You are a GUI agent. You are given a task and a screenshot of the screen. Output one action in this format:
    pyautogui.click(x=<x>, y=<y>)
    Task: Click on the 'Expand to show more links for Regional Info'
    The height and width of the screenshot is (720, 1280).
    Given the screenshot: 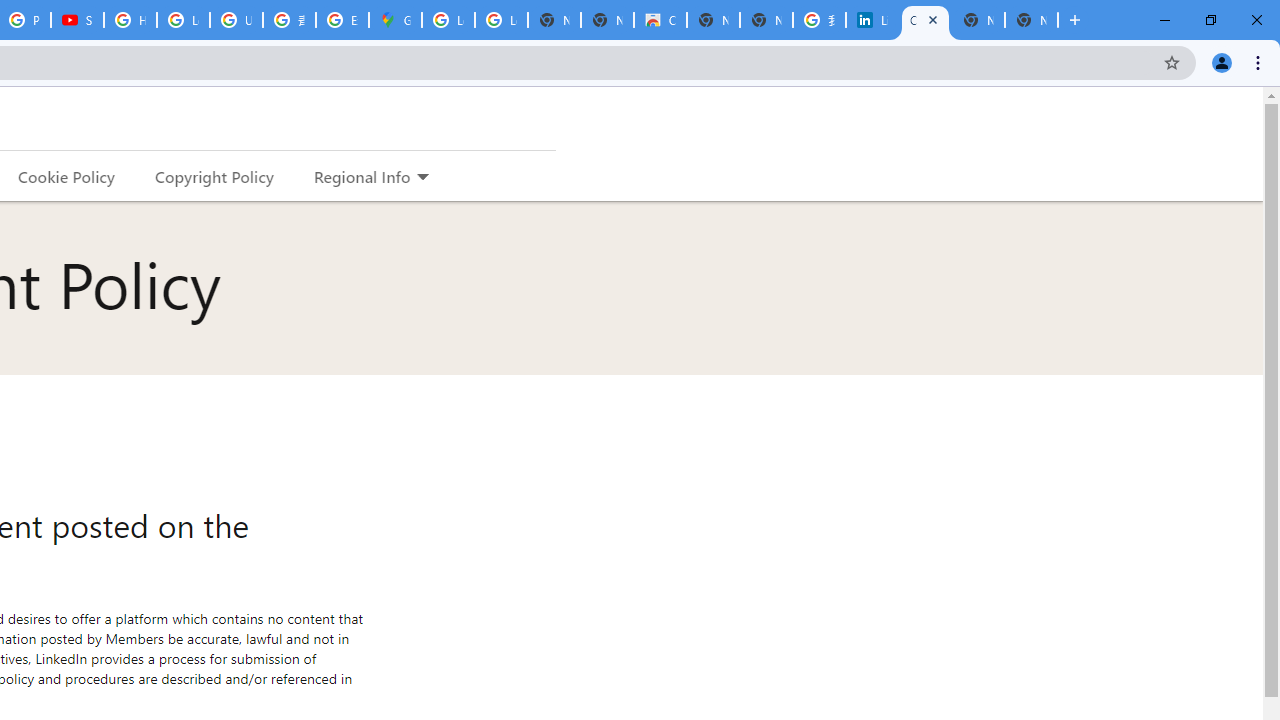 What is the action you would take?
    pyautogui.click(x=421, y=177)
    